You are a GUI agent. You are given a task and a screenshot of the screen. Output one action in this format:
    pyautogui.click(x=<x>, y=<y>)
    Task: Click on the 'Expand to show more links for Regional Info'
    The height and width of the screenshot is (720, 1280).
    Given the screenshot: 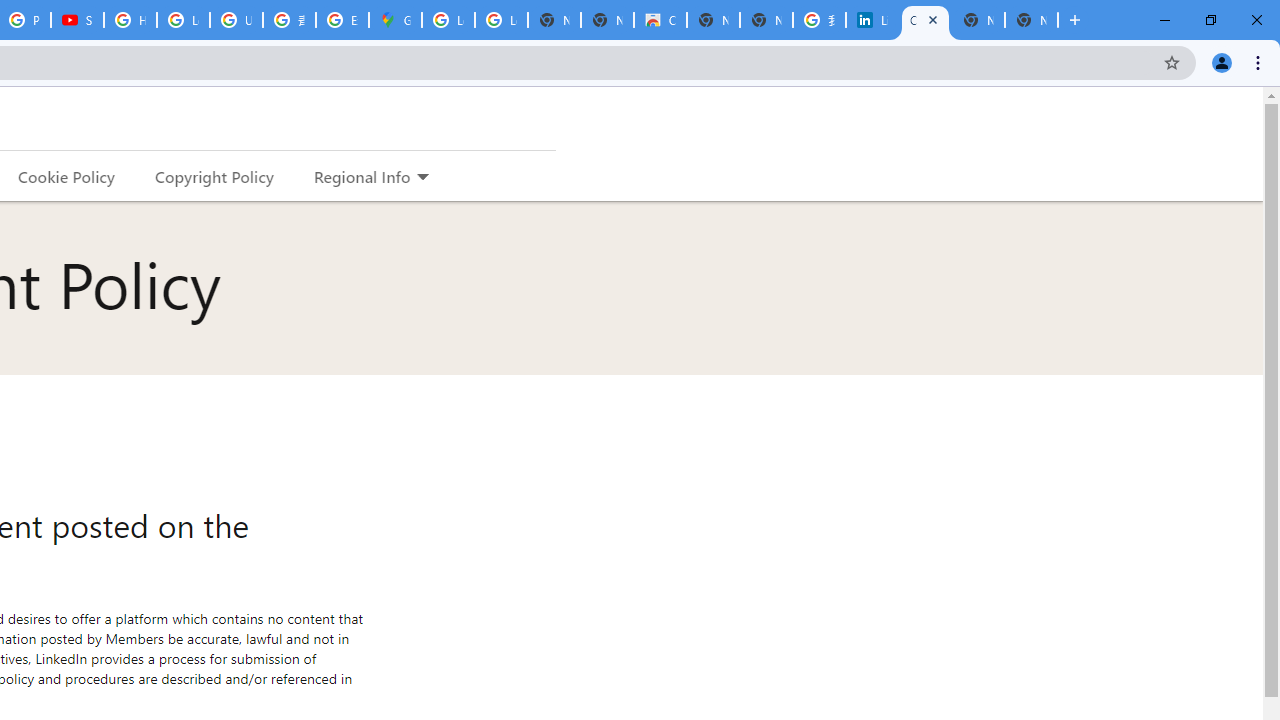 What is the action you would take?
    pyautogui.click(x=421, y=177)
    